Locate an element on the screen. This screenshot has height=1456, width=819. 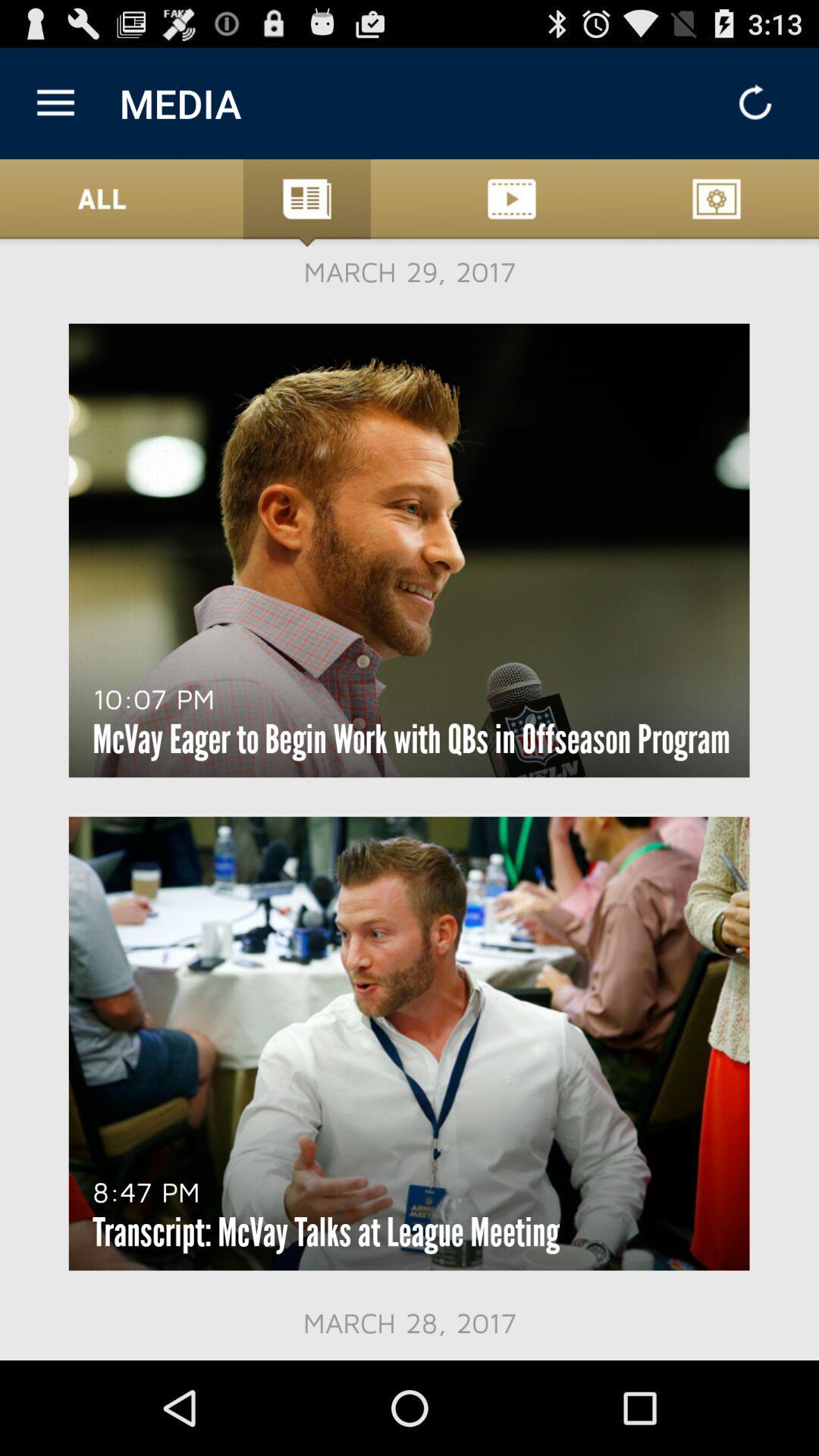
item below 8:47 pm icon is located at coordinates (325, 1232).